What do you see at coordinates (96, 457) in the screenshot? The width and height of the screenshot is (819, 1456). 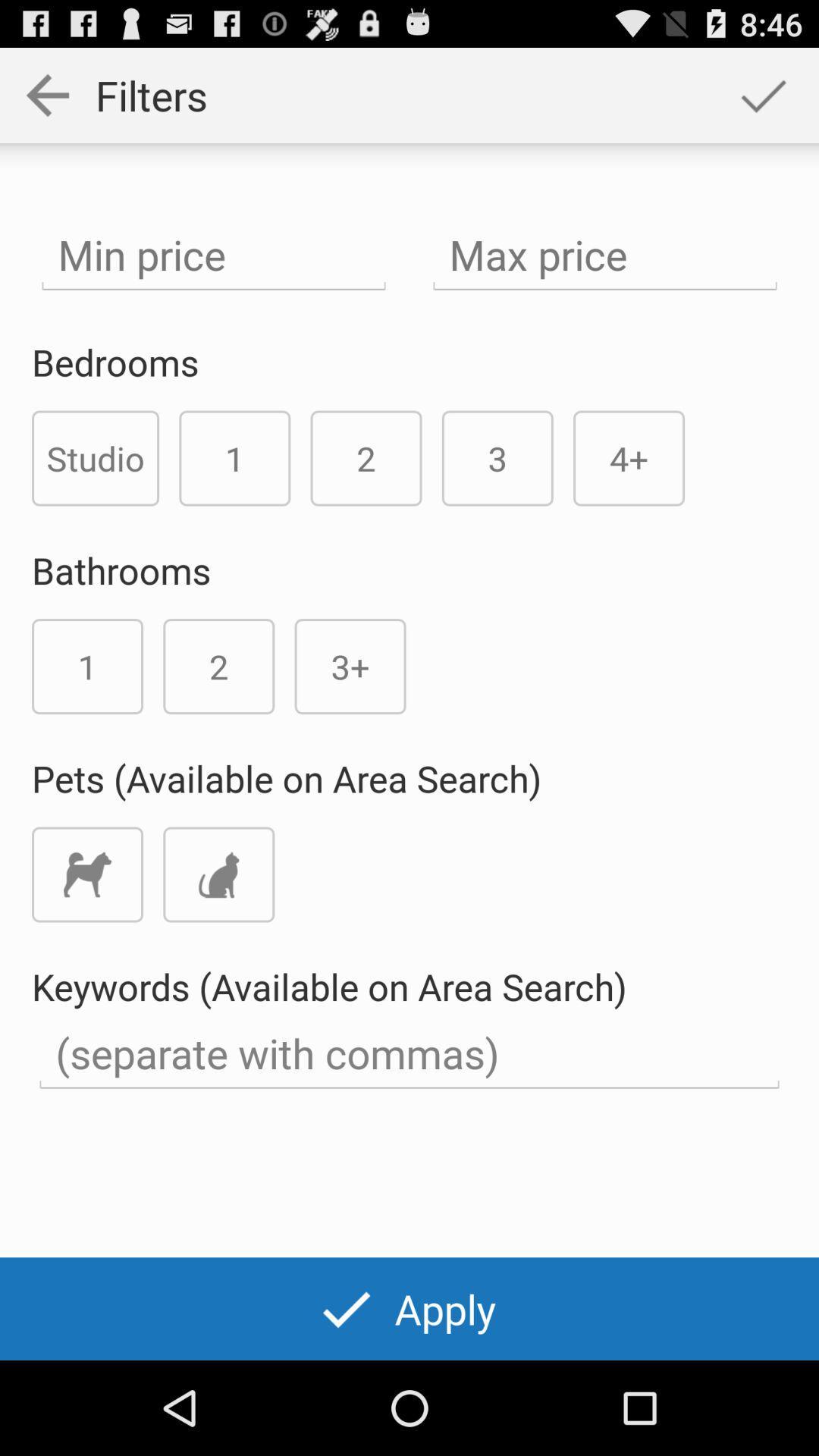 I see `the icon below bedrooms icon` at bounding box center [96, 457].